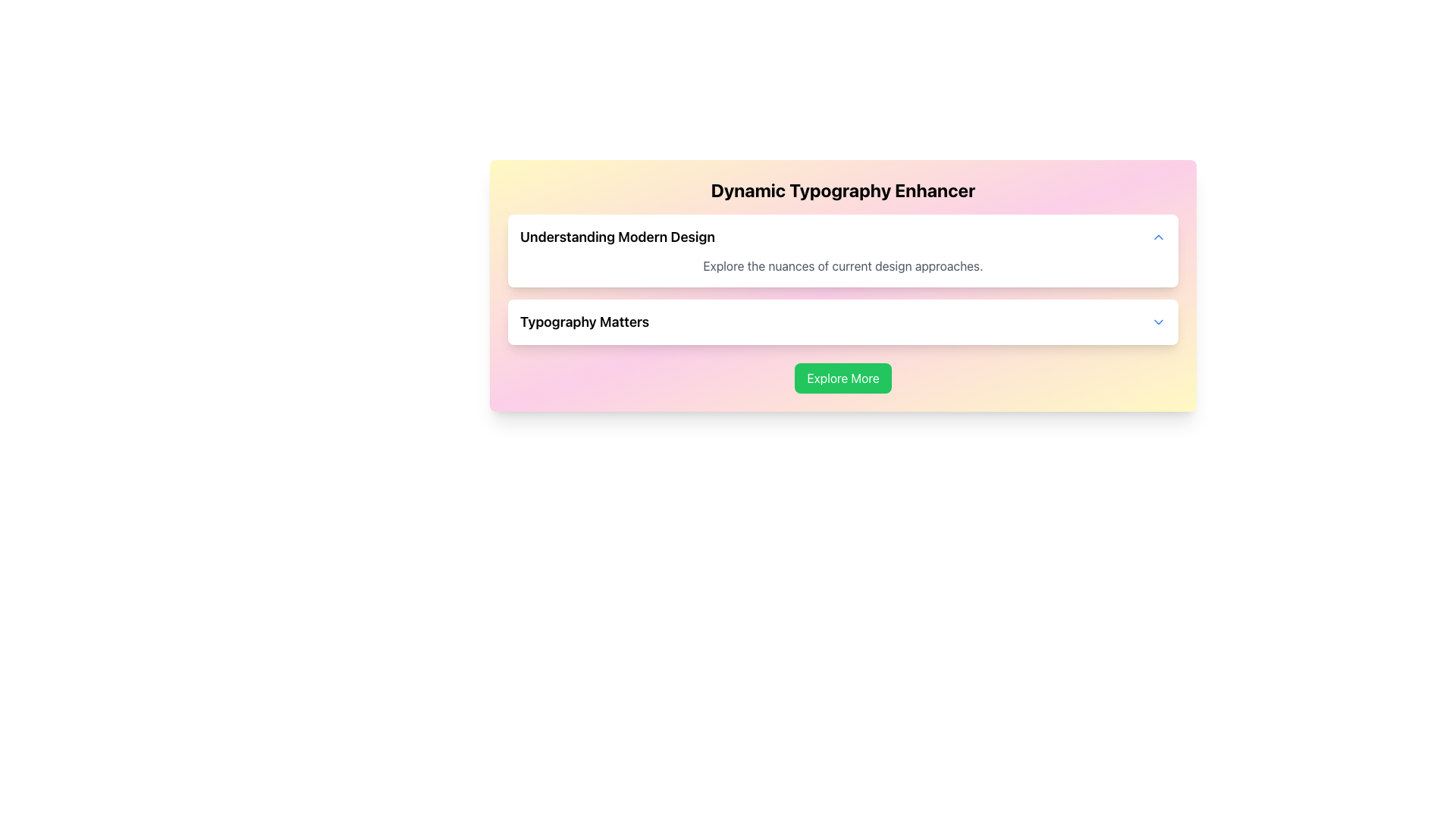 The height and width of the screenshot is (819, 1456). What do you see at coordinates (843, 280) in the screenshot?
I see `the Informational Section titled 'Understanding Modern Design' to interact with its embedded elements` at bounding box center [843, 280].